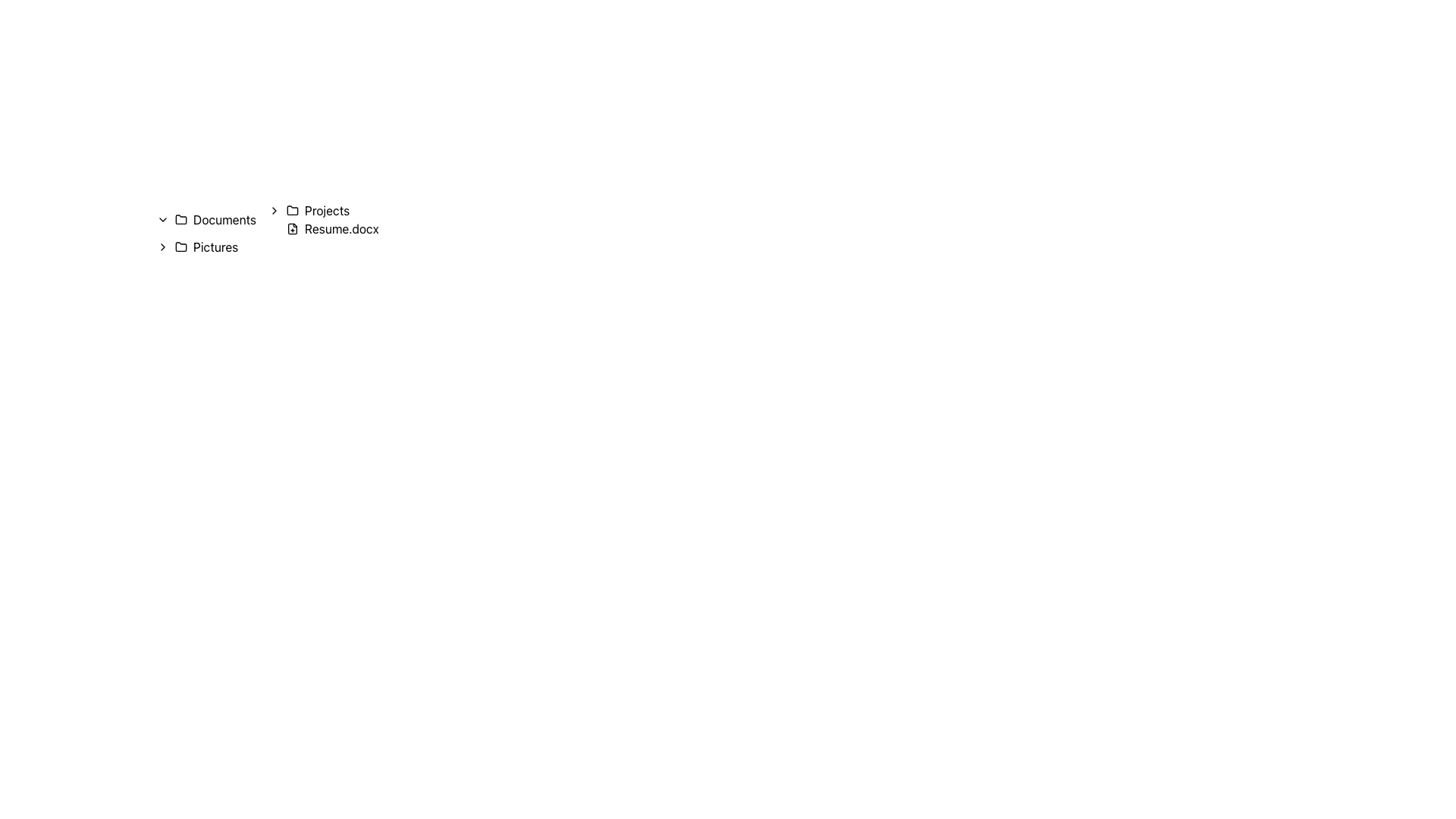 The width and height of the screenshot is (1456, 819). I want to click on the chevron icon, so click(163, 219).